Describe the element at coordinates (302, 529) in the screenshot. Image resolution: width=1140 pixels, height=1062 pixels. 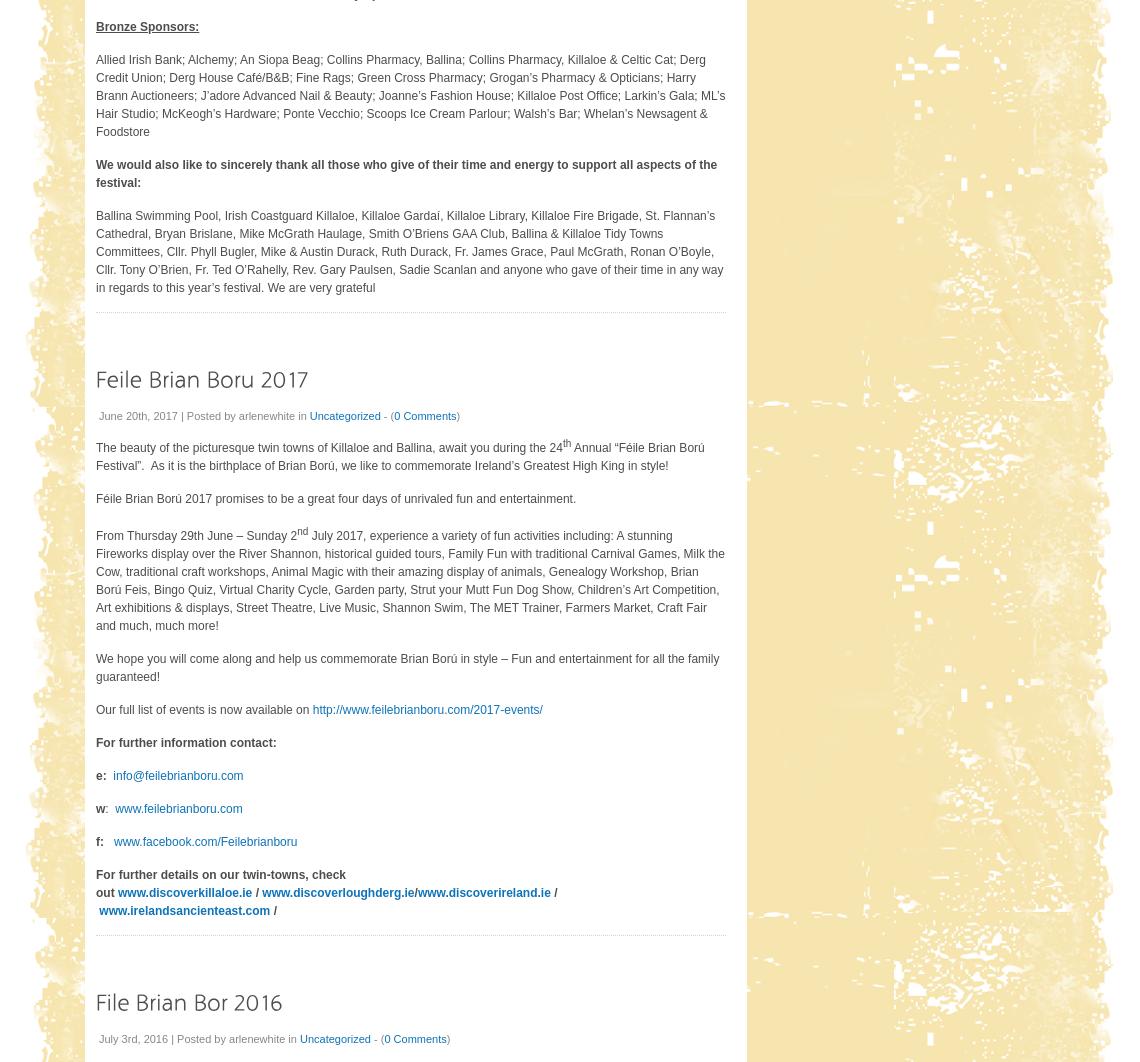
I see `'nd'` at that location.